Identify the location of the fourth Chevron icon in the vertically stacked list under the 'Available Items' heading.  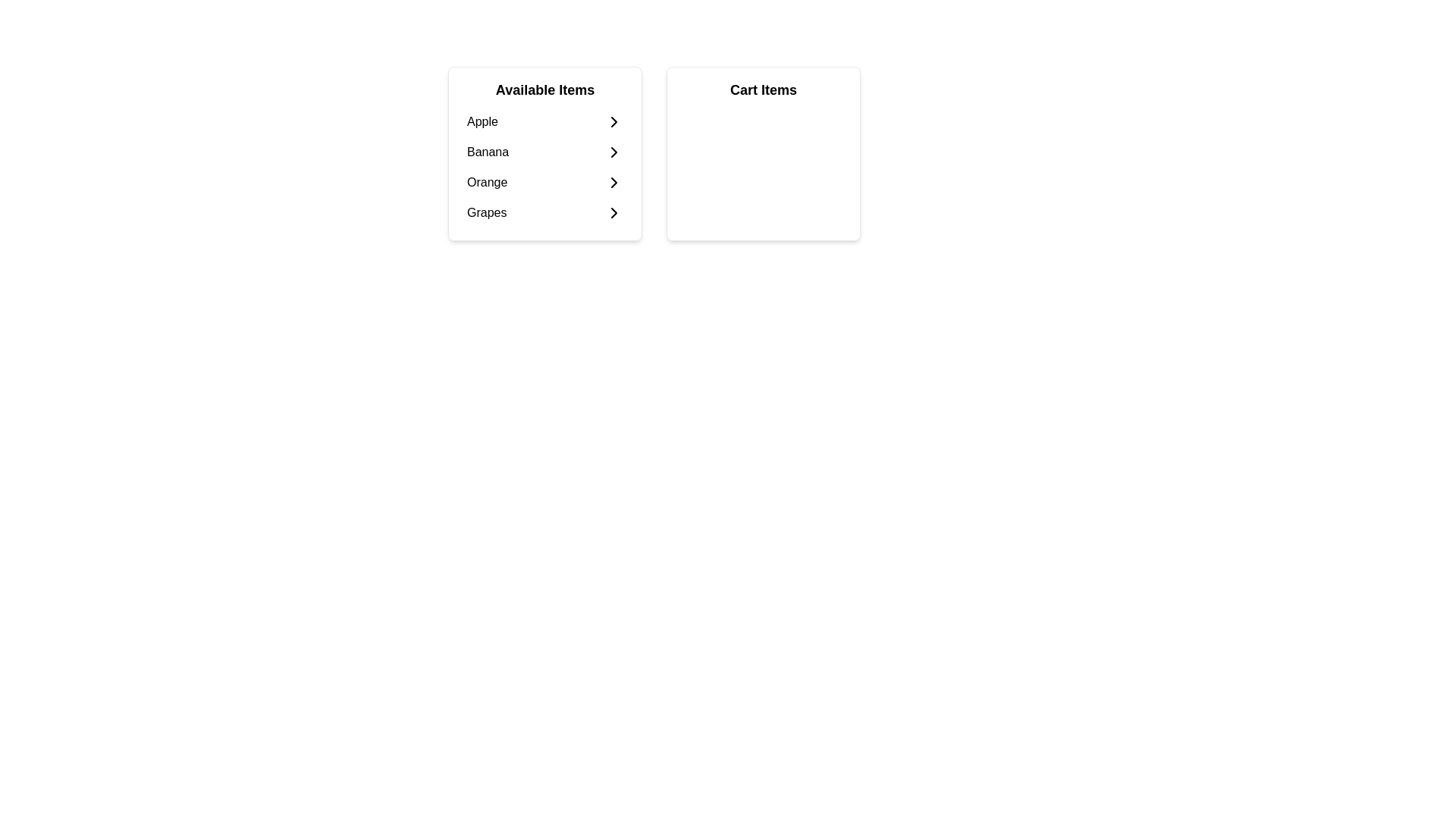
(614, 213).